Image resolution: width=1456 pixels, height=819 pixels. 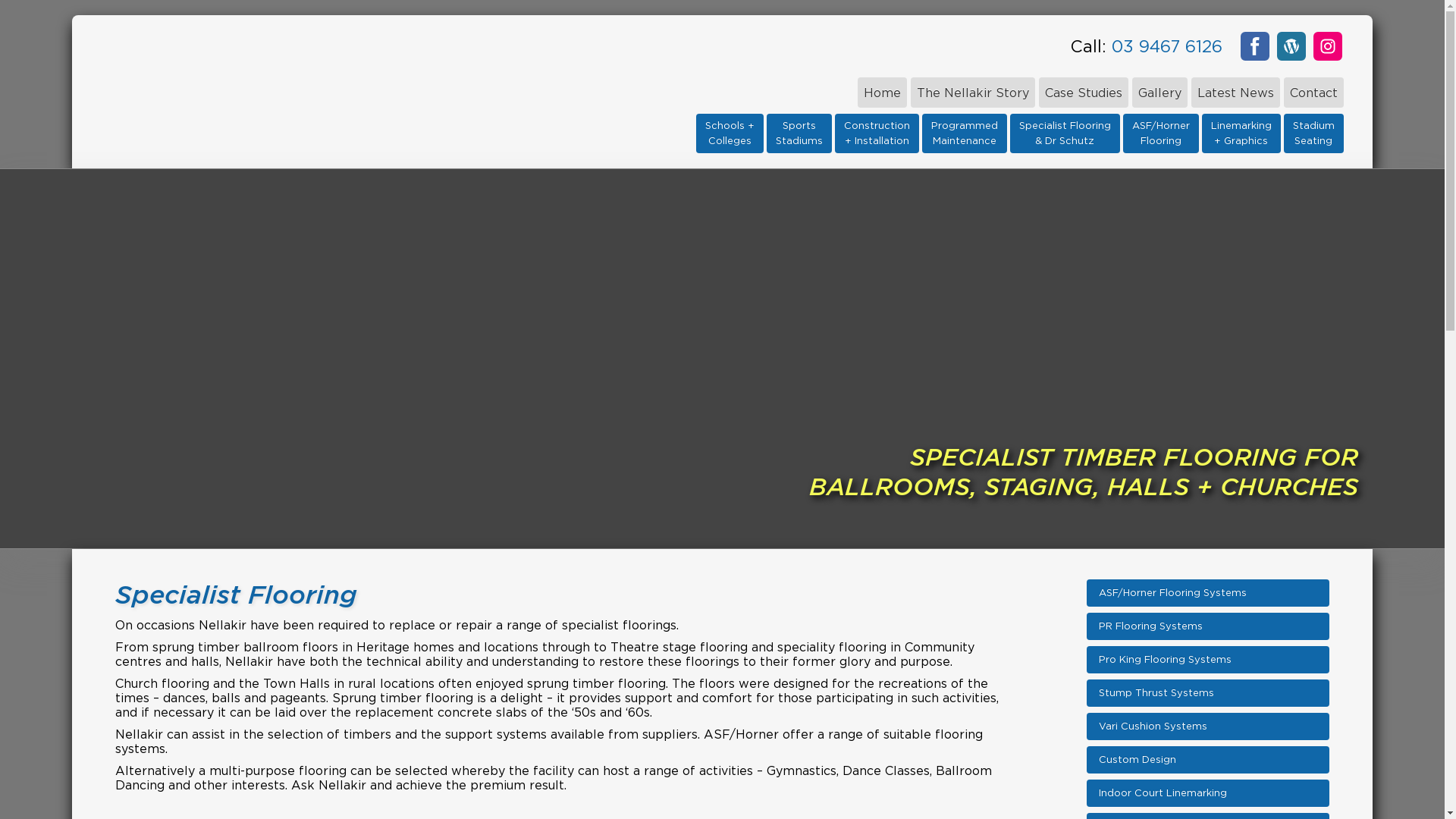 What do you see at coordinates (882, 93) in the screenshot?
I see `'Home'` at bounding box center [882, 93].